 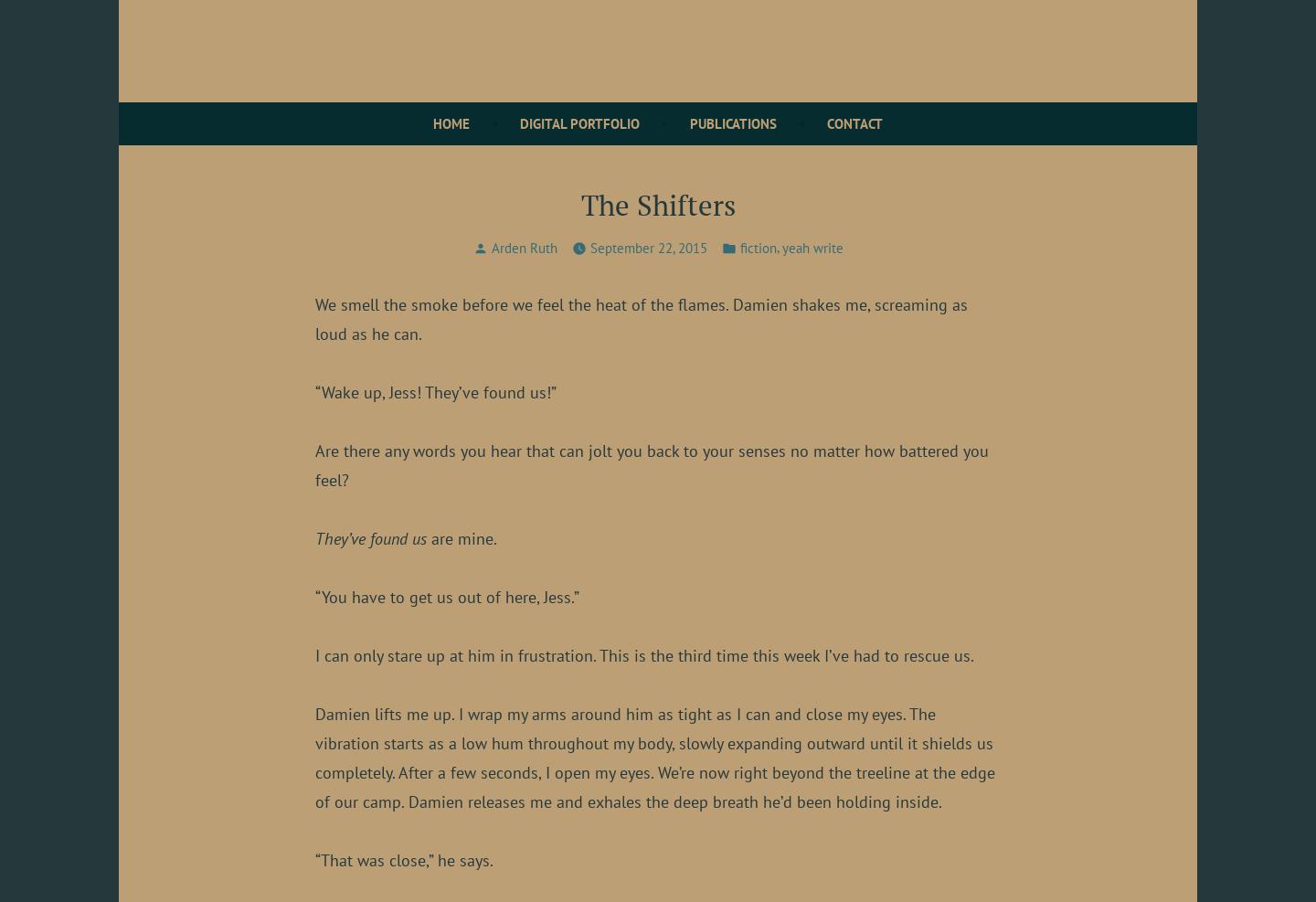 I want to click on '“Wake up, Jess! They’ve found us!”', so click(x=435, y=390).